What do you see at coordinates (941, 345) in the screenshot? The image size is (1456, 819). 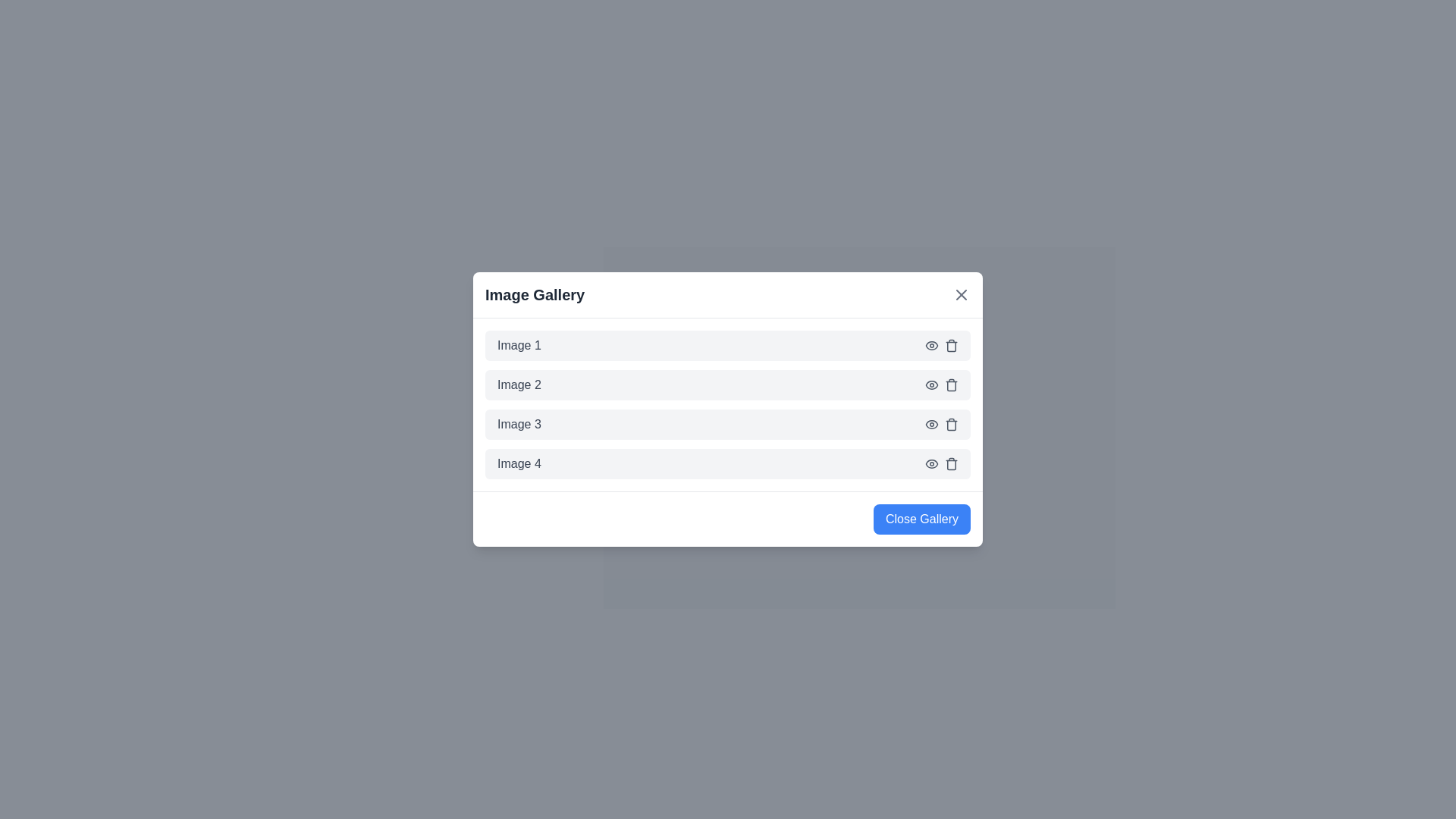 I see `the view icon in the action group for 'Image 1' located on the right side of the row within the 'Image Gallery'` at bounding box center [941, 345].